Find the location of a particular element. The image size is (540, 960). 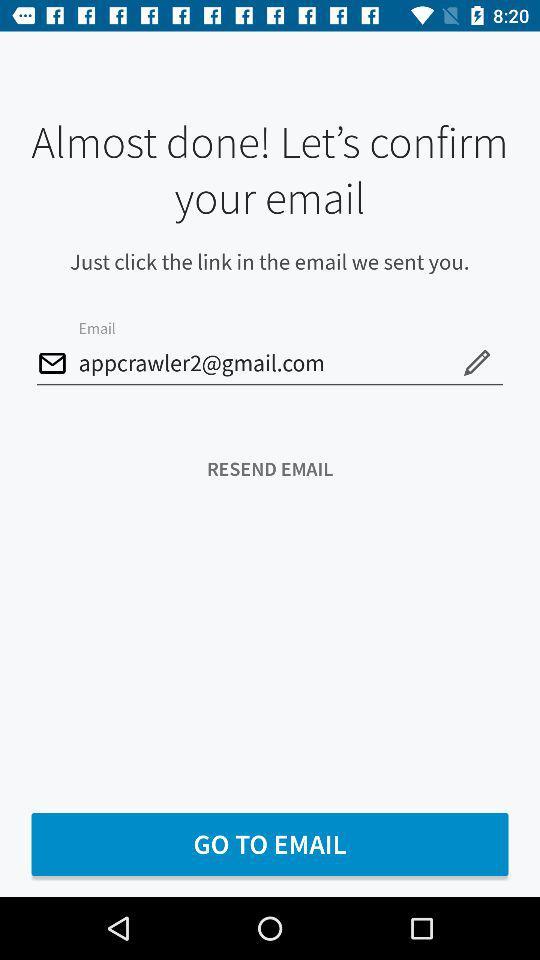

the edit icon is located at coordinates (475, 361).